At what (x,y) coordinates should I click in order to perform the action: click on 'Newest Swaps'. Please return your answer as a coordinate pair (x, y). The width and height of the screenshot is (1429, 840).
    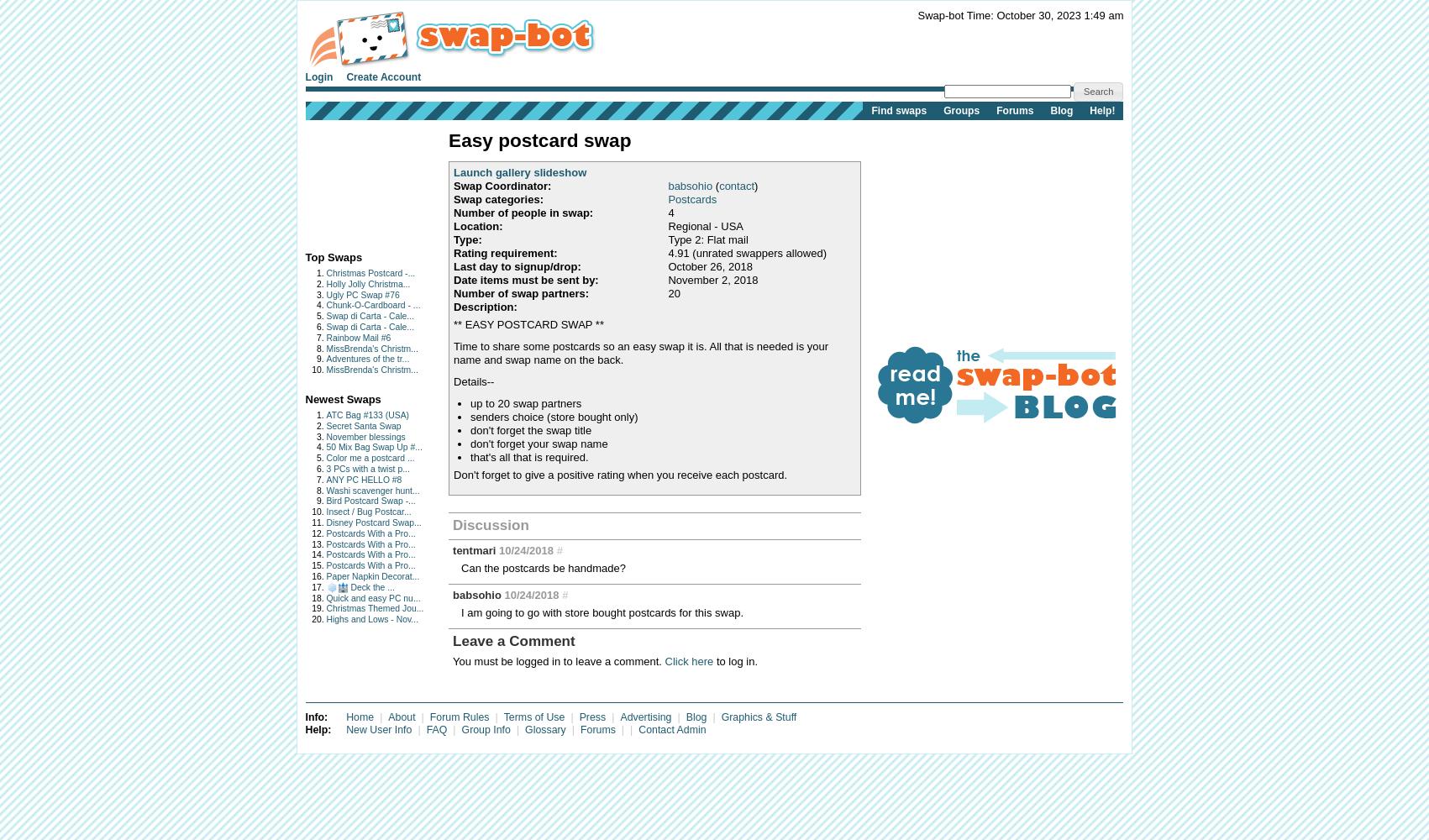
    Looking at the image, I should click on (342, 397).